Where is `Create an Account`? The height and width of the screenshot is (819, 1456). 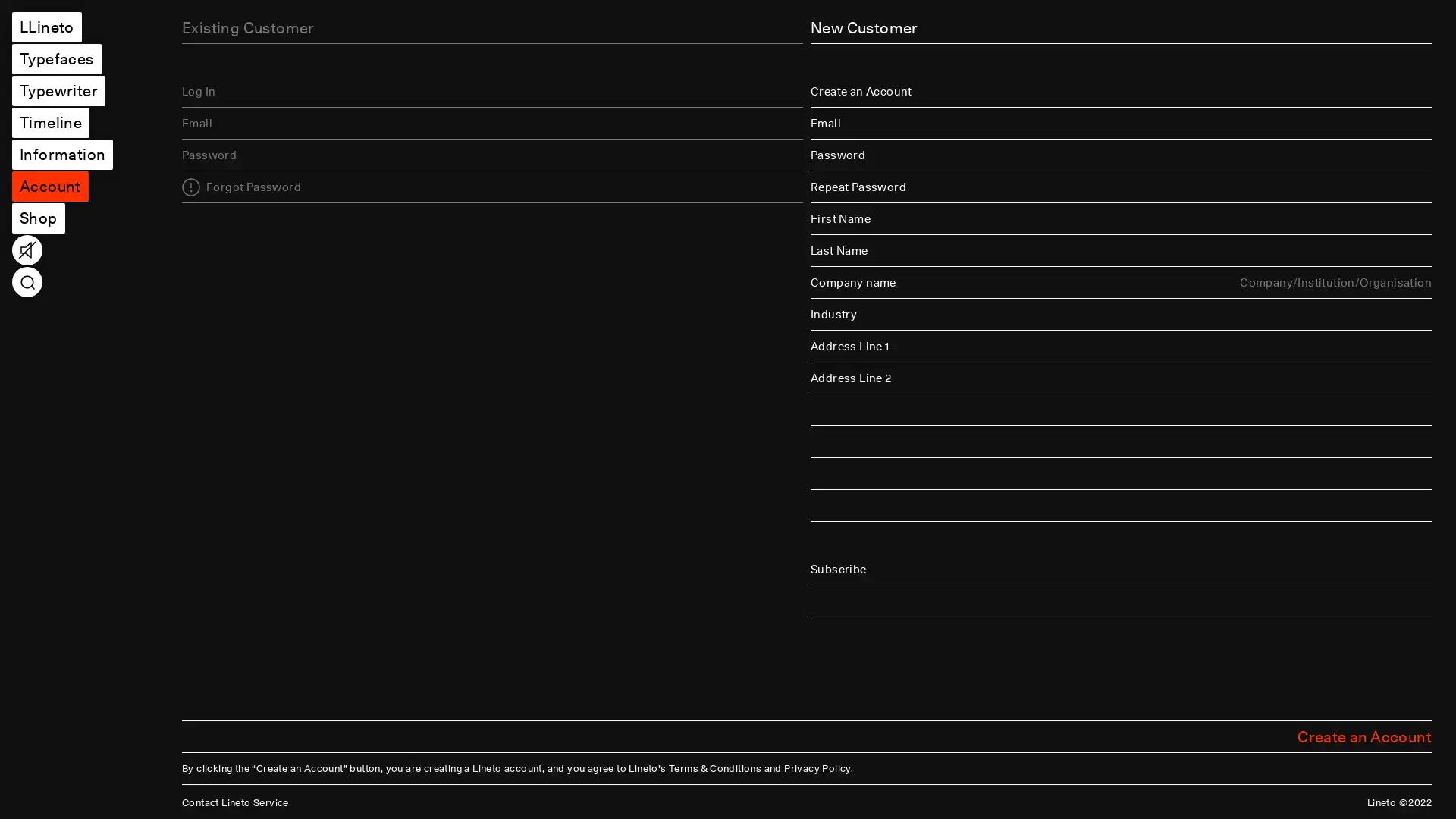 Create an Account is located at coordinates (1364, 736).